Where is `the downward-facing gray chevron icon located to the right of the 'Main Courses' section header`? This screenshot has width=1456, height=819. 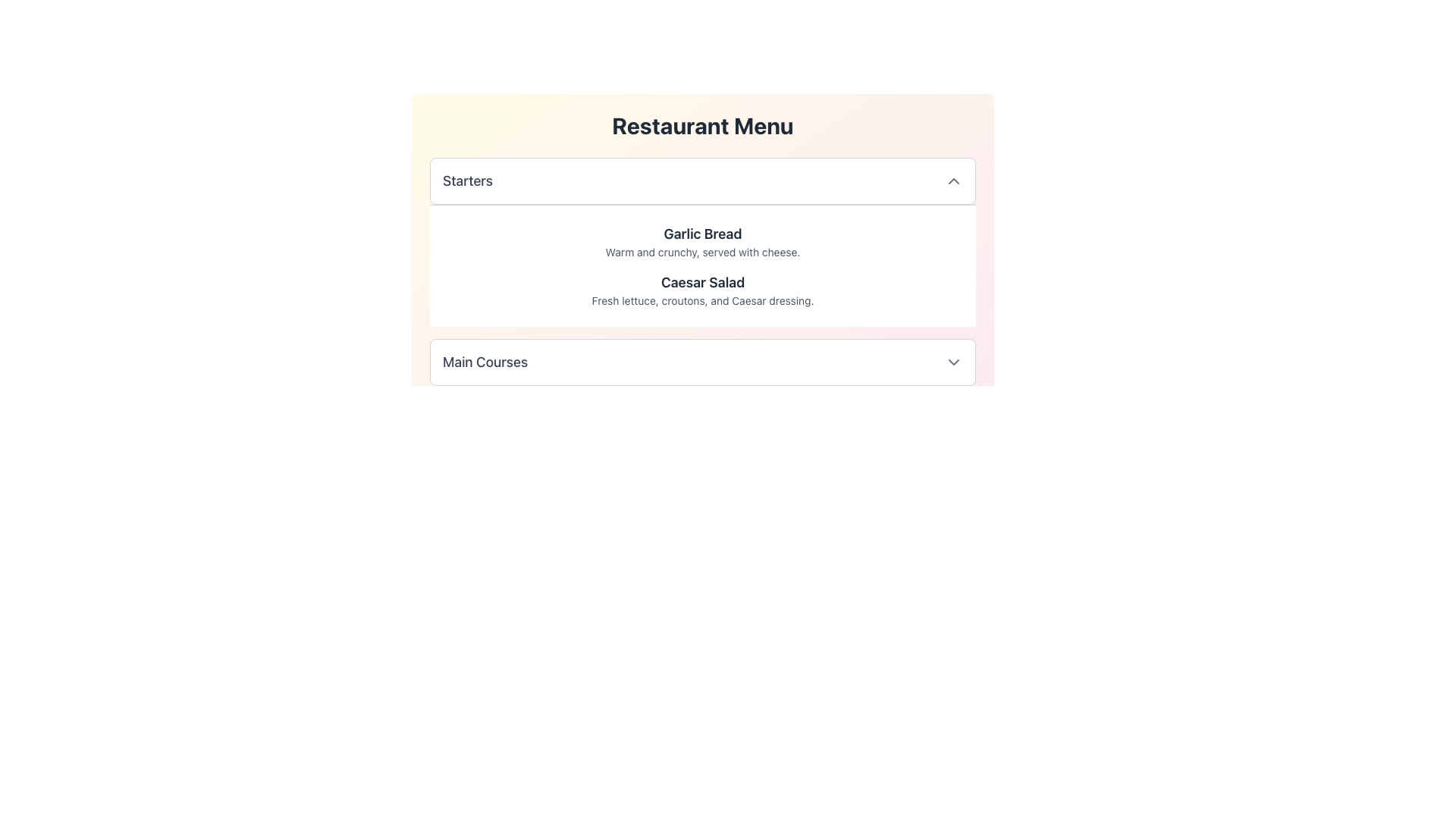 the downward-facing gray chevron icon located to the right of the 'Main Courses' section header is located at coordinates (952, 362).